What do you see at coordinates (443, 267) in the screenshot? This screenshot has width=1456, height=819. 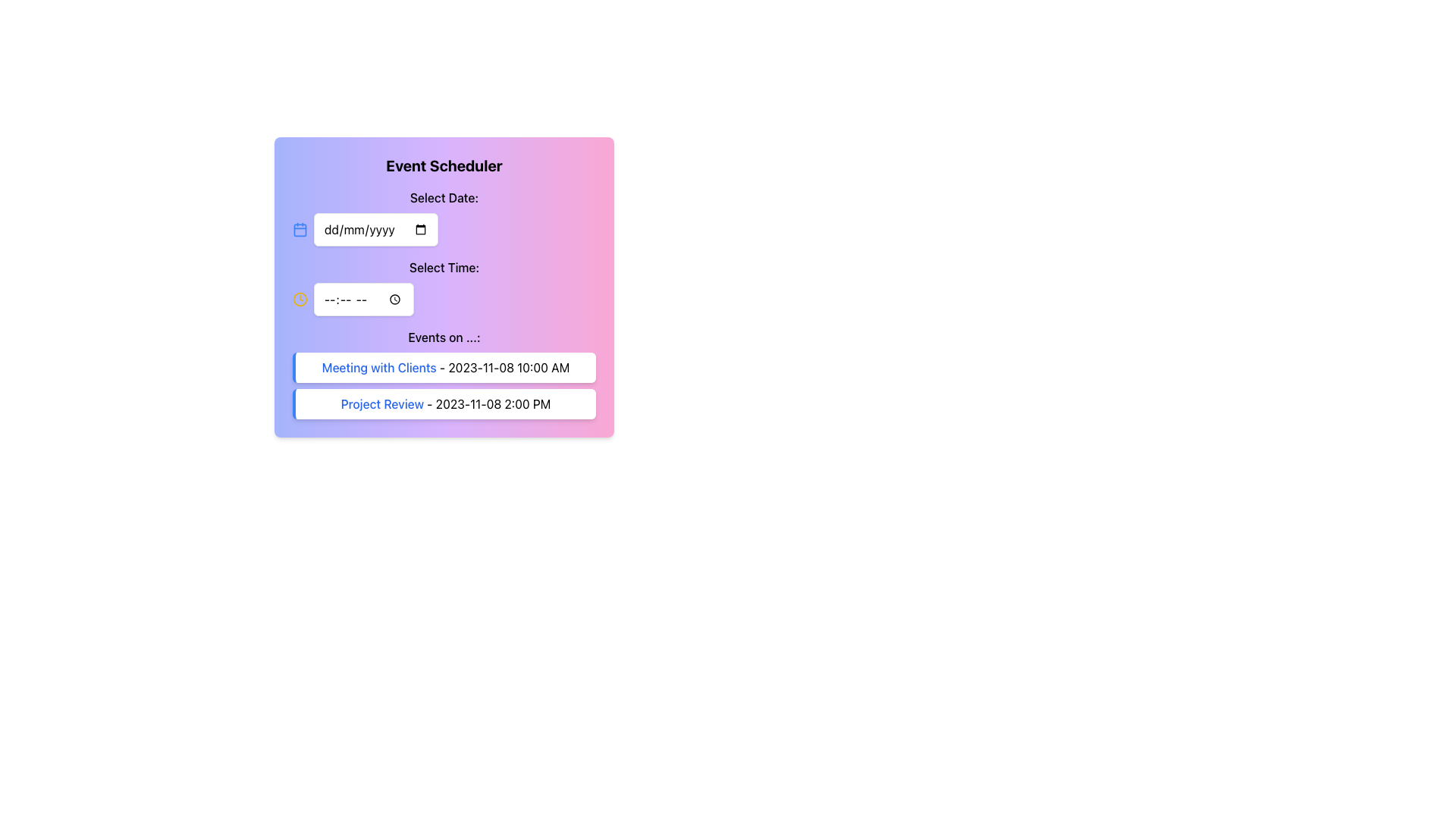 I see `contextual Text label that provides information about the time selection input, positioned above the clock icon and the input field` at bounding box center [443, 267].